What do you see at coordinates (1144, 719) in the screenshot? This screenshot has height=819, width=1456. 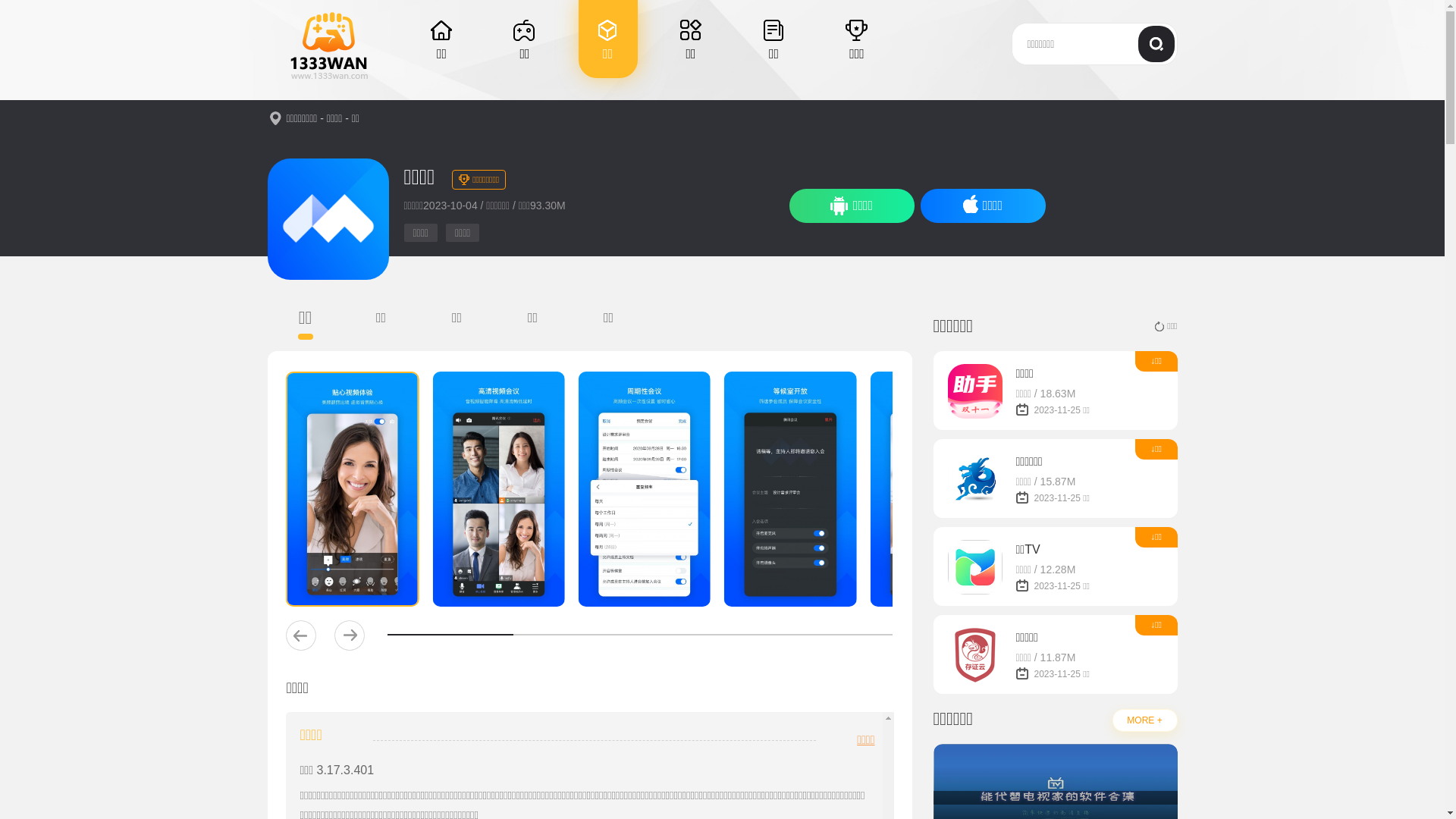 I see `'MORE +'` at bounding box center [1144, 719].